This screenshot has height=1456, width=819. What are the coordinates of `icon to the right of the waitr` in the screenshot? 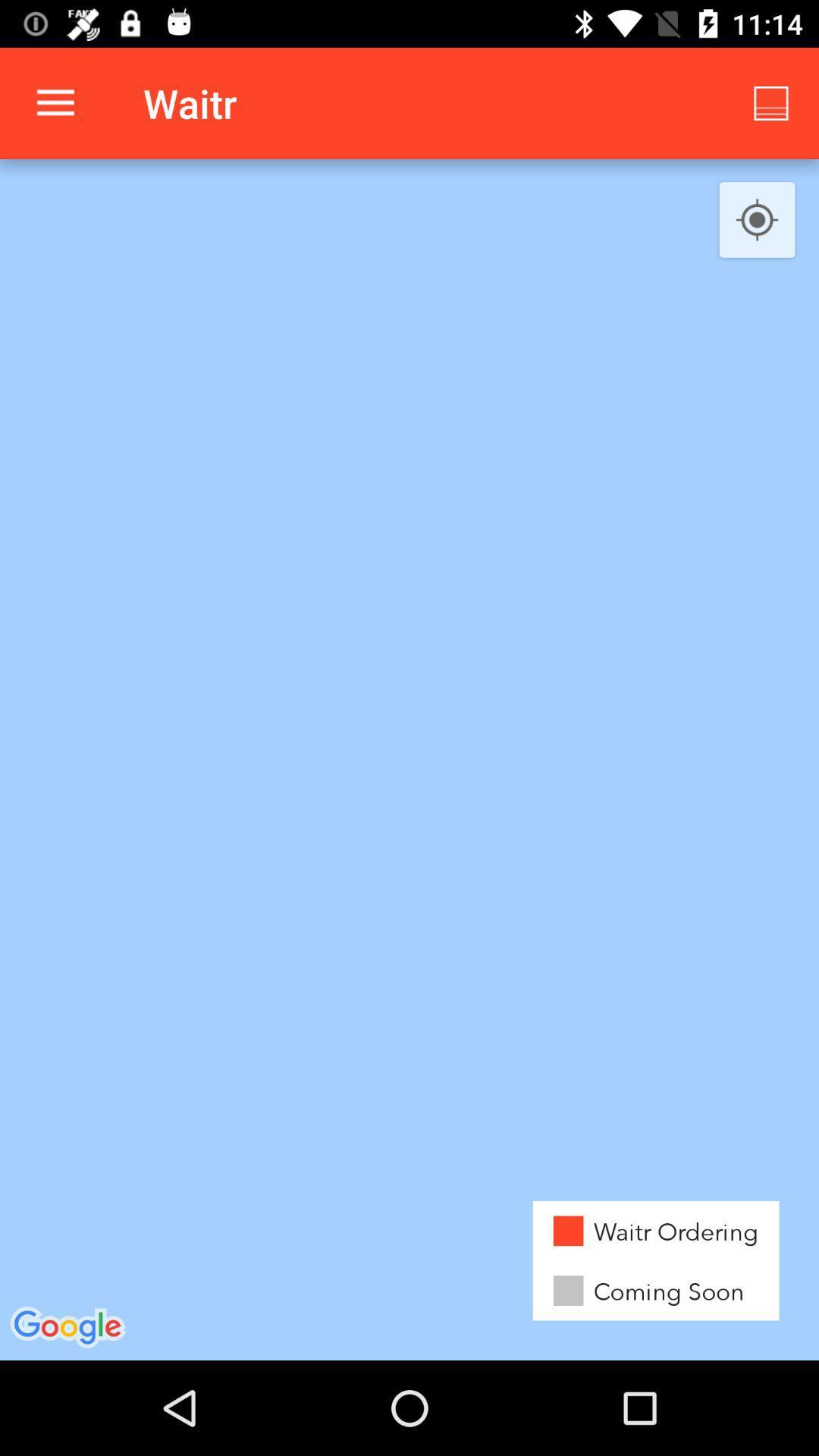 It's located at (771, 102).